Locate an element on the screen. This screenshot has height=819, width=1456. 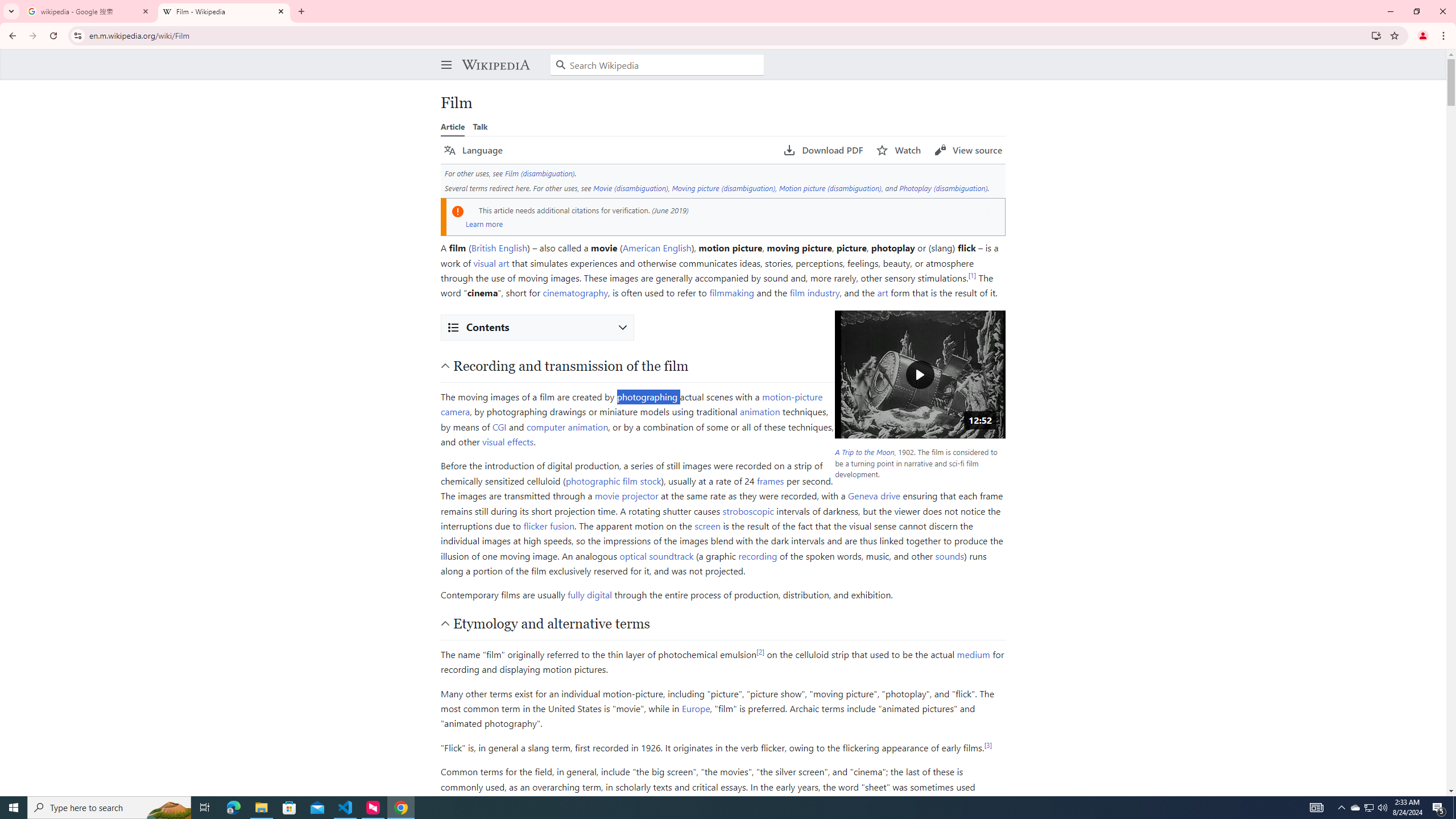
'visual art' is located at coordinates (491, 262).